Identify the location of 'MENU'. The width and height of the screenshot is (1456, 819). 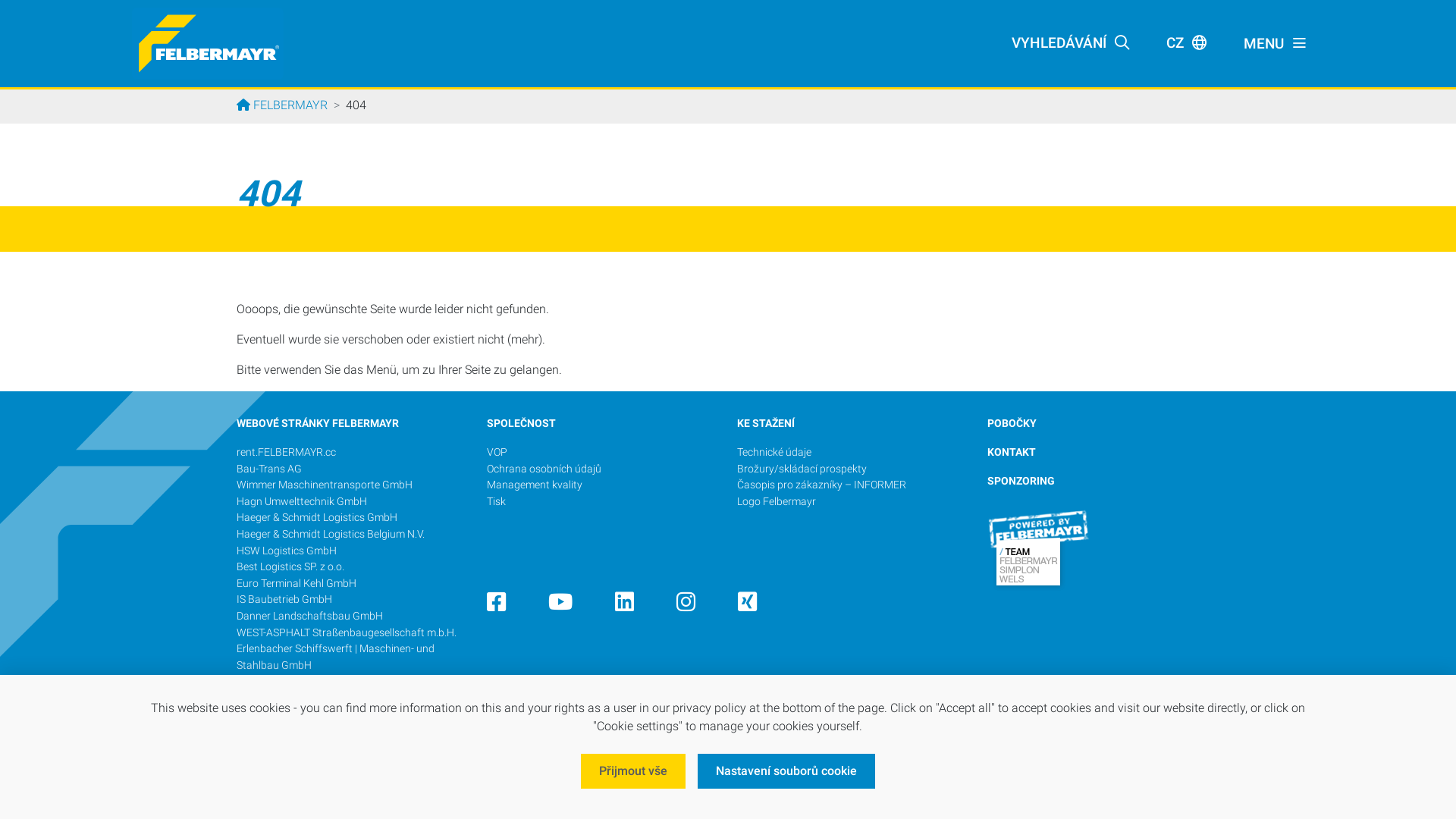
(1274, 42).